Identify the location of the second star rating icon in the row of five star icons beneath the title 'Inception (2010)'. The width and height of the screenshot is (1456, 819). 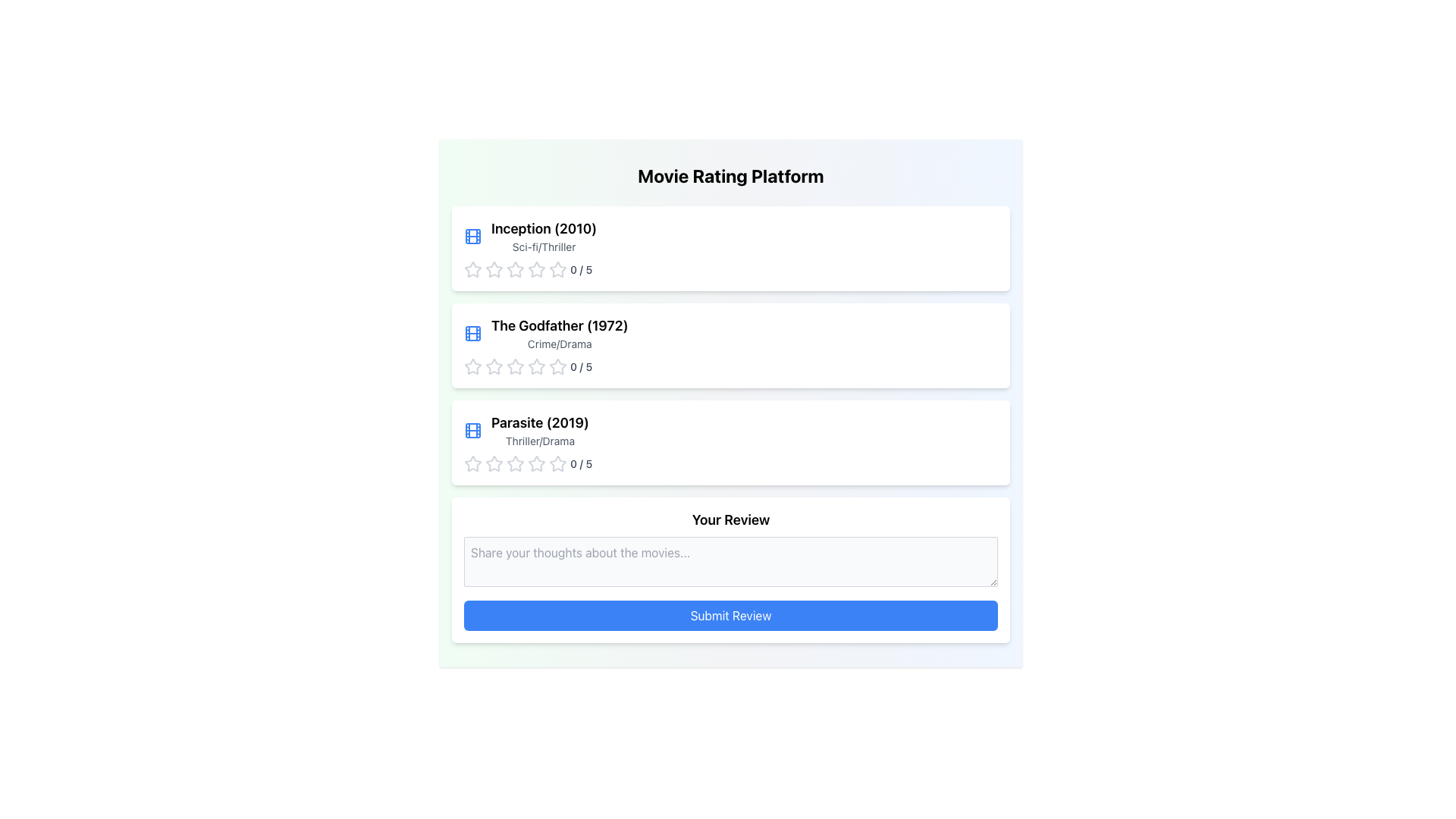
(494, 268).